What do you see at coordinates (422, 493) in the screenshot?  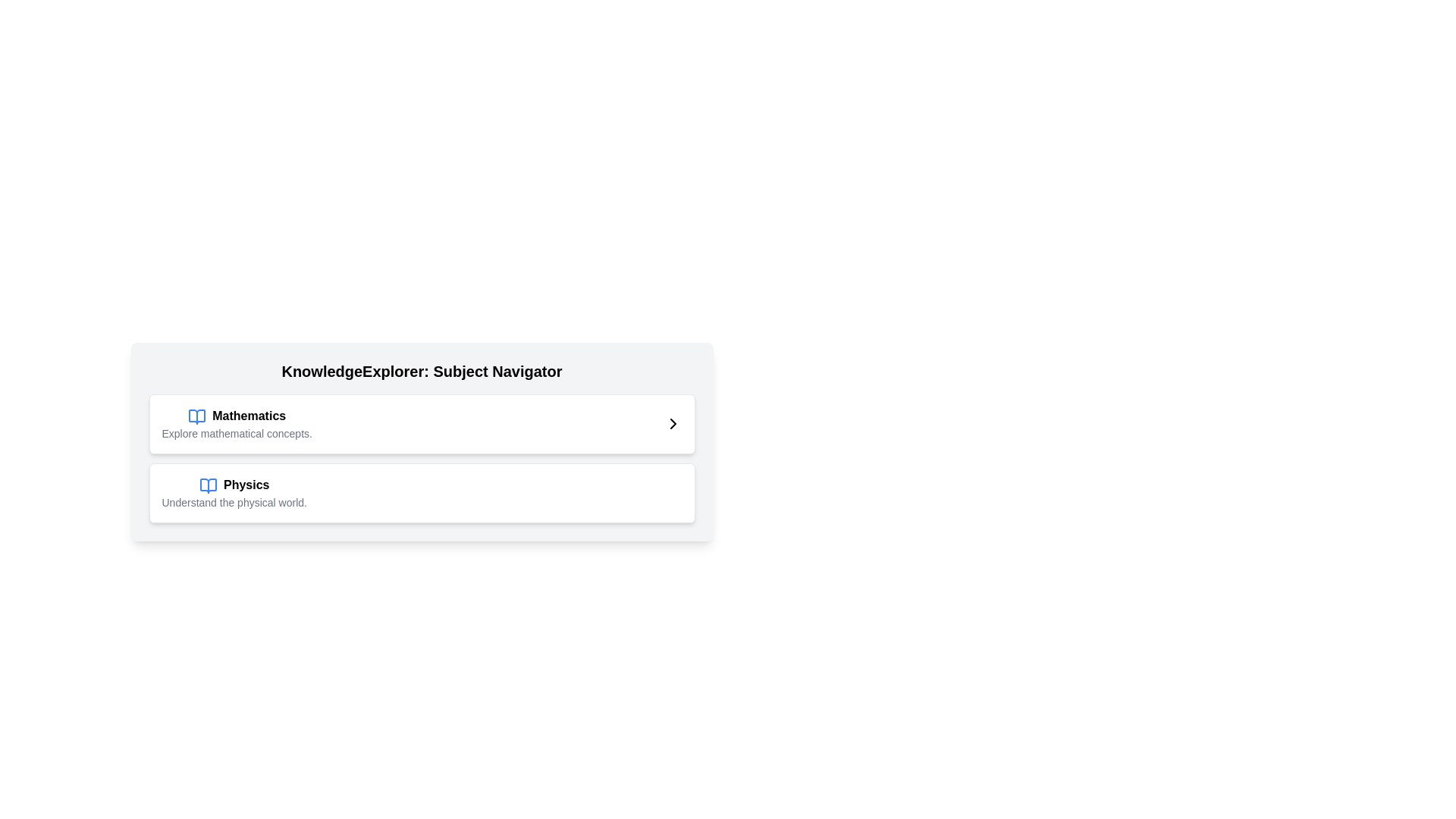 I see `the Clickable Card Item titled 'Physics' located in the second position under 'KnowledgeExplorer: Subject Navigator', which has a white background and contains a blue book icon` at bounding box center [422, 493].